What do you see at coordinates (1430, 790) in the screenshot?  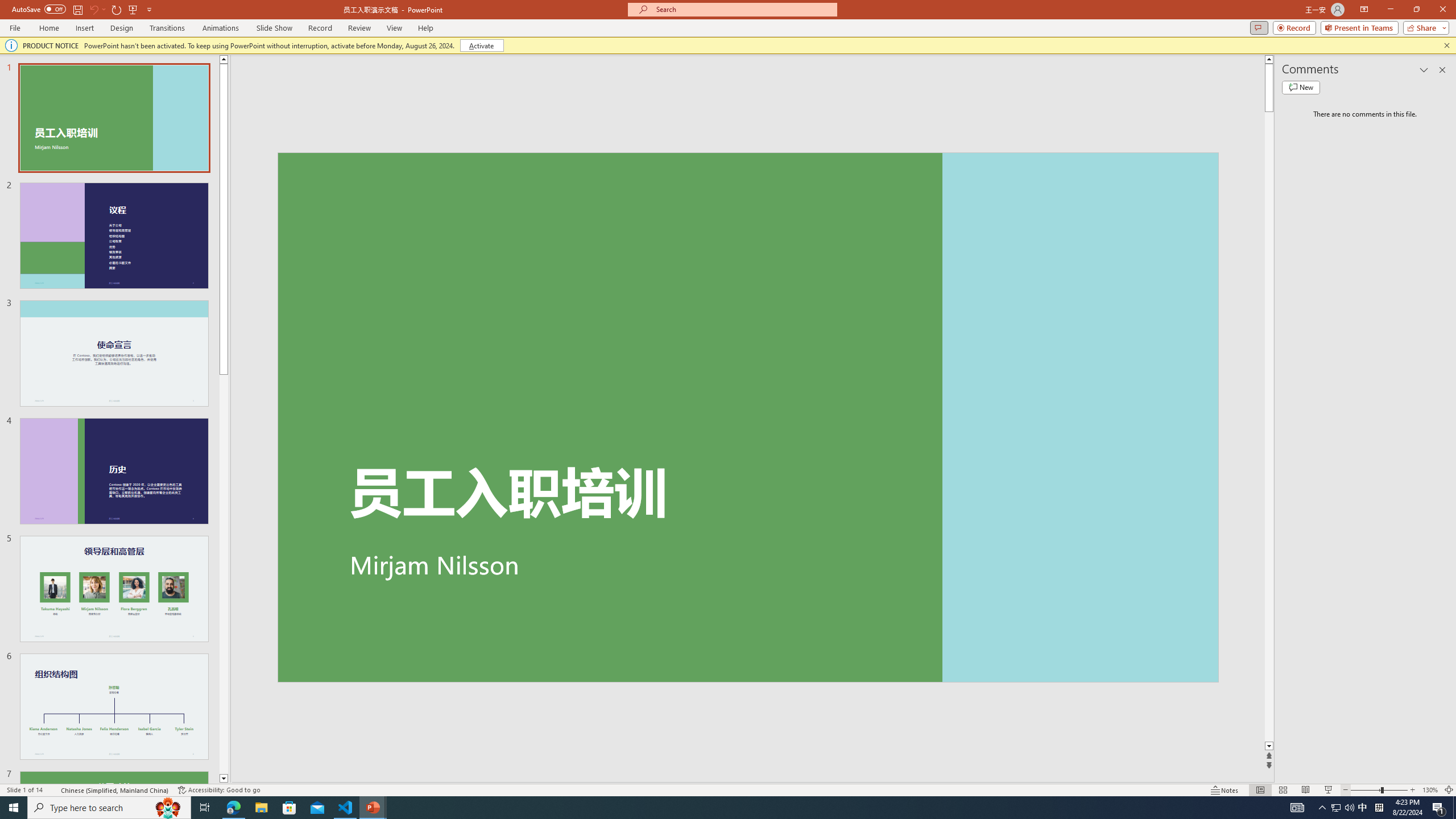 I see `'Zoom 130%'` at bounding box center [1430, 790].